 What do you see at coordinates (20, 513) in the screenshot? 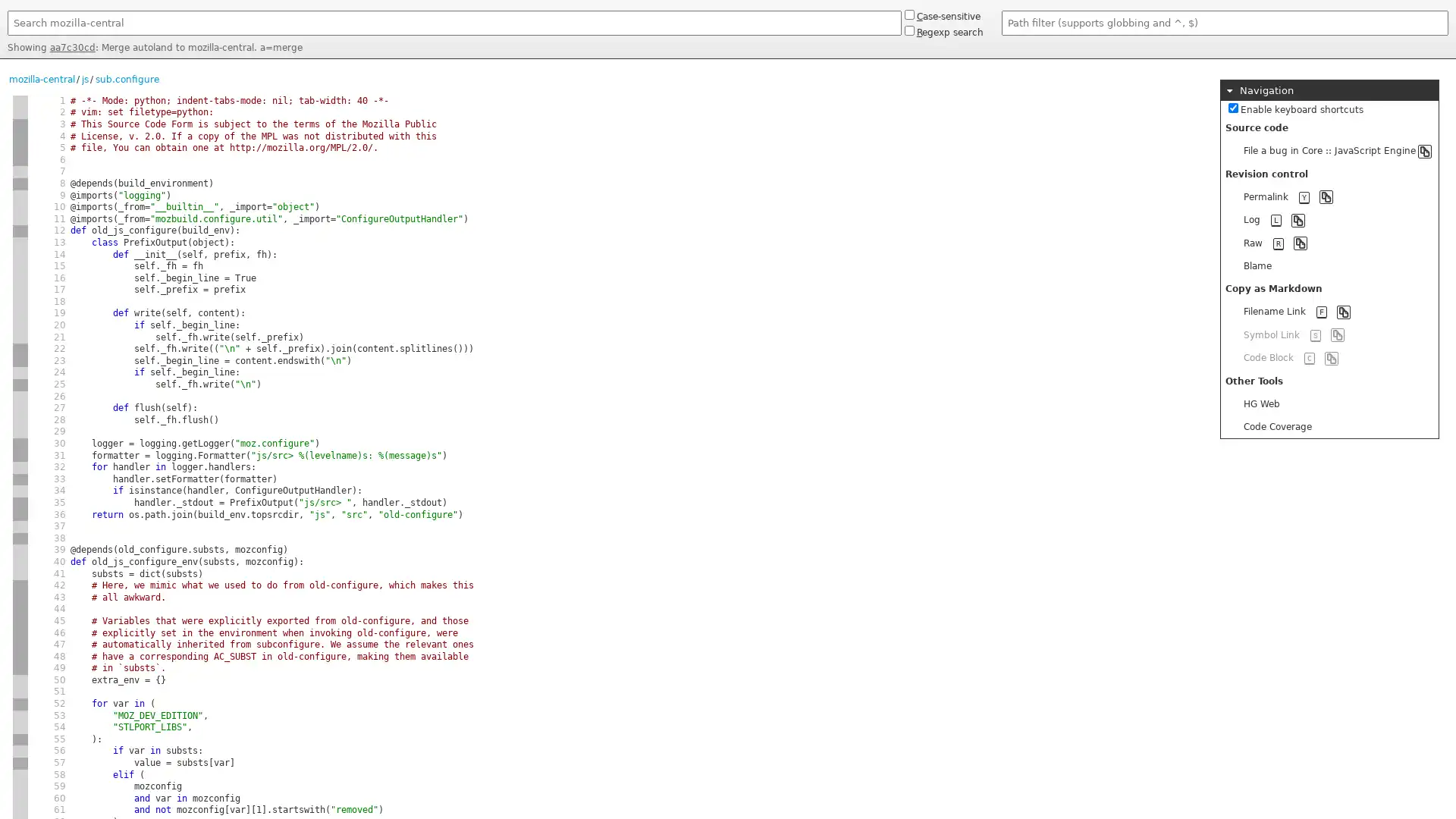
I see `same hash 3` at bounding box center [20, 513].